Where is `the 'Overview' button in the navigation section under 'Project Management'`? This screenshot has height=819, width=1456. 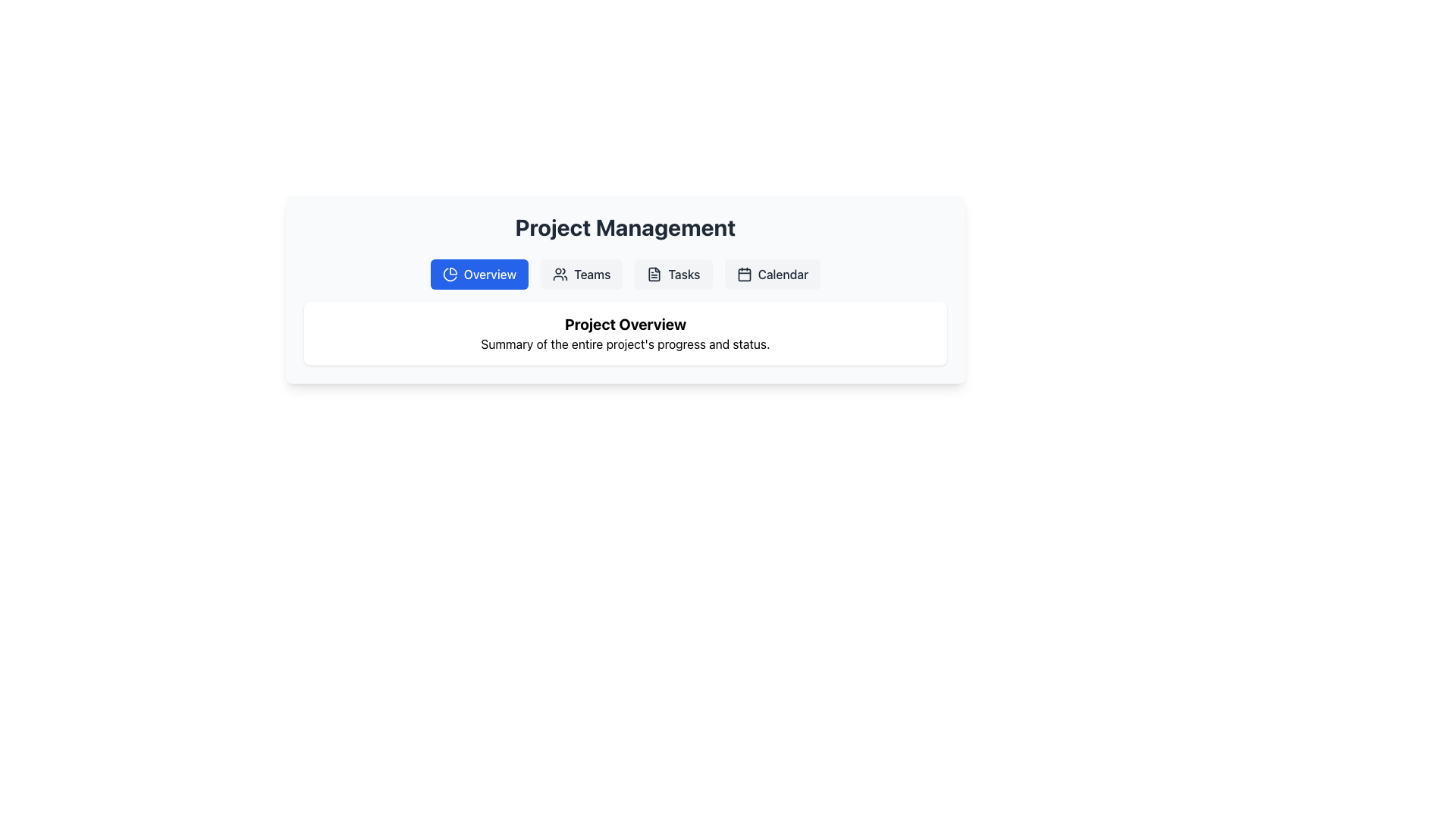
the 'Overview' button in the navigation section under 'Project Management' is located at coordinates (479, 275).